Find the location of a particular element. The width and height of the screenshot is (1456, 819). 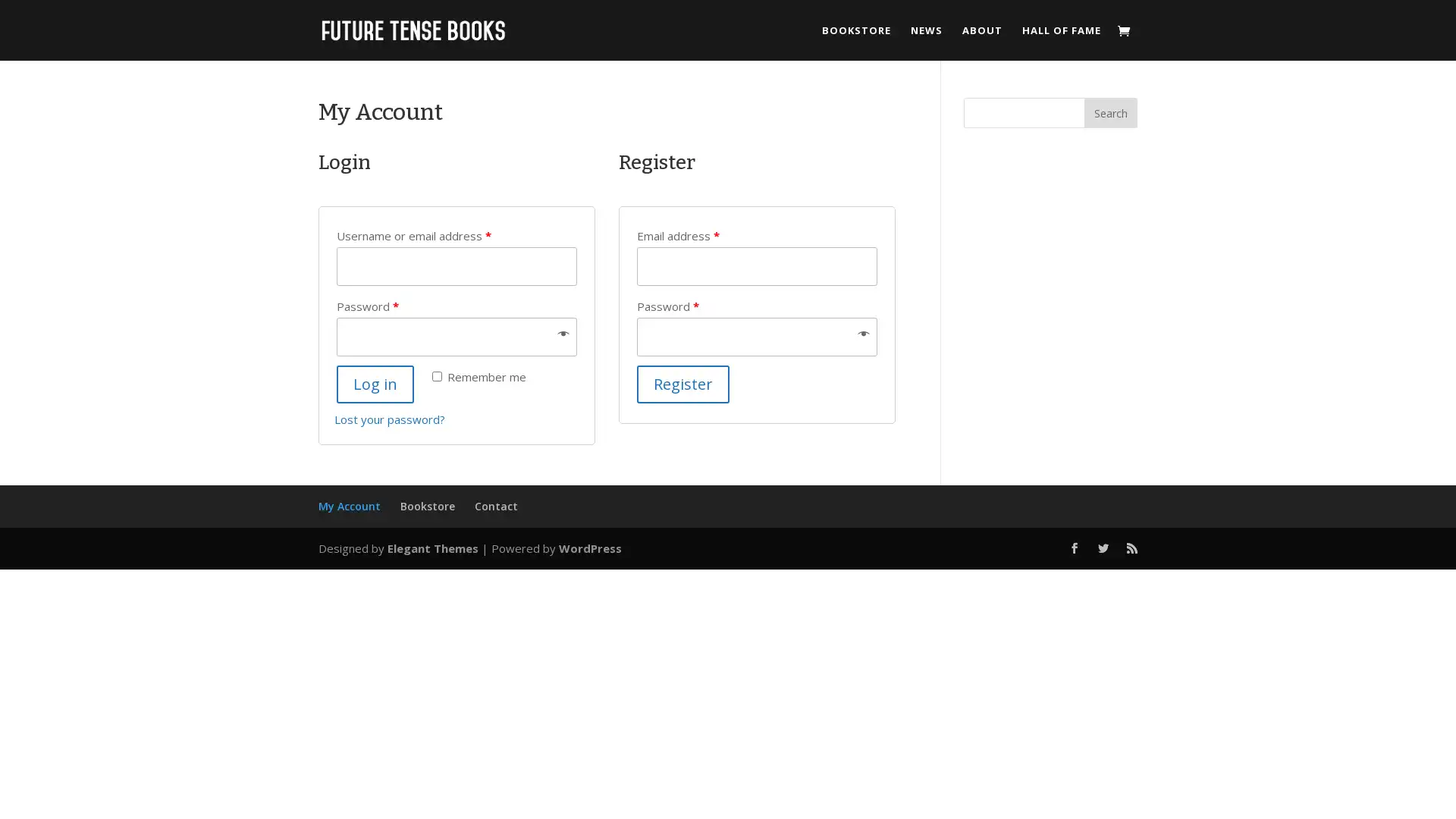

Search is located at coordinates (1110, 112).